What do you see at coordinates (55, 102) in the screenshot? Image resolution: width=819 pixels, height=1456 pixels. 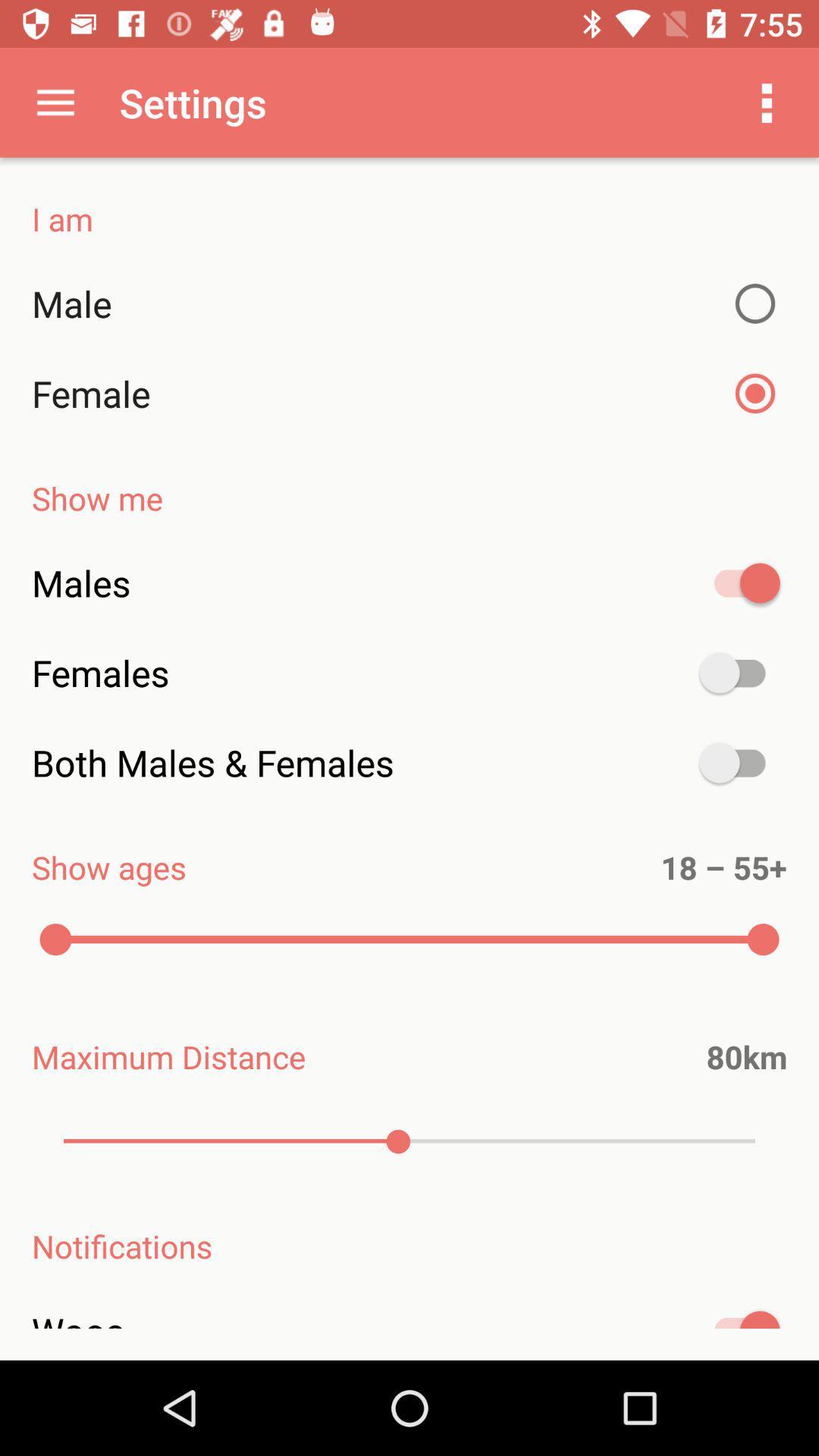 I see `item above the i am item` at bounding box center [55, 102].